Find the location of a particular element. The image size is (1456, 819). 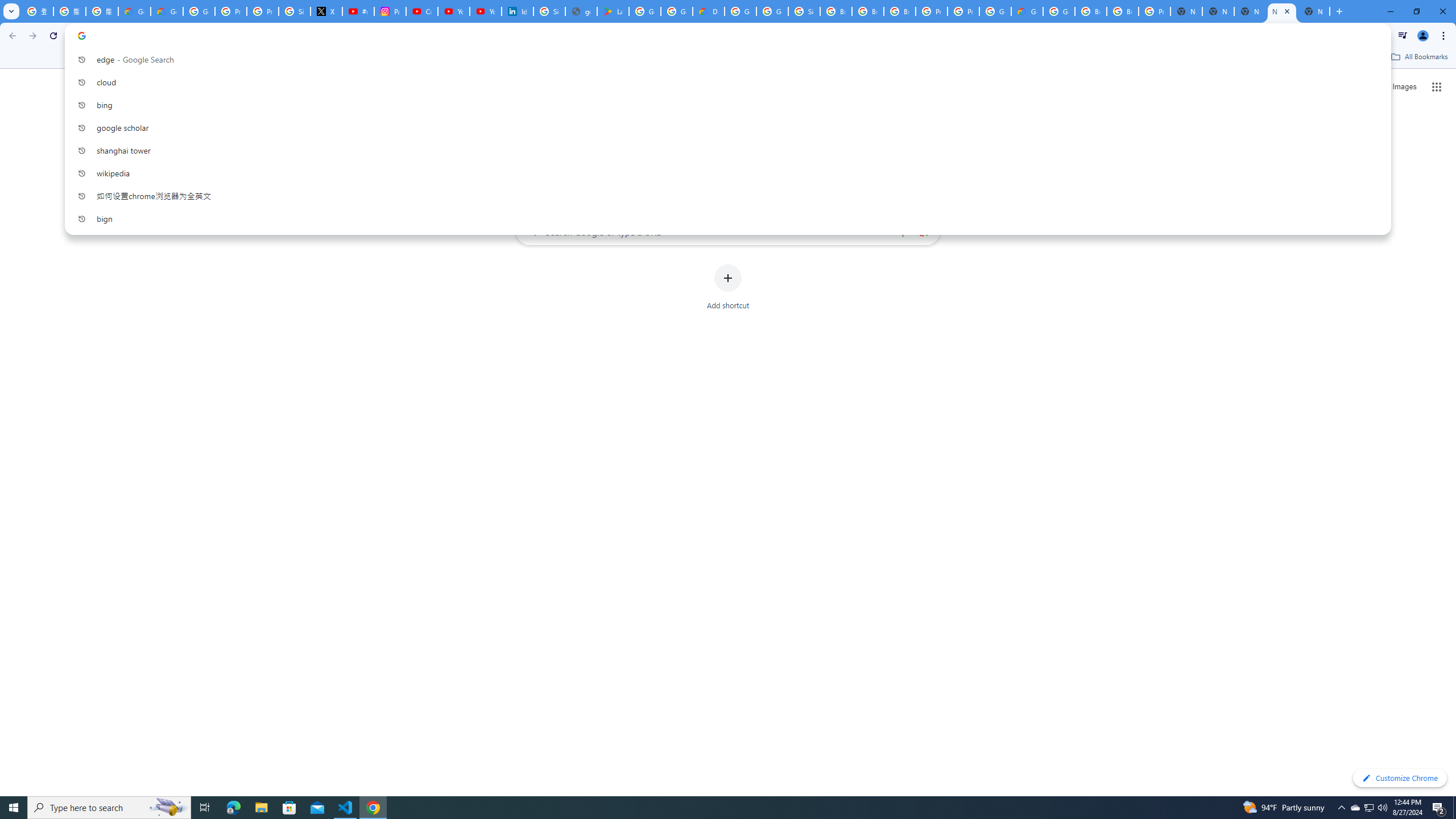

'YouTube Culture & Trends - YouTube Top 10, 2021' is located at coordinates (485, 11).